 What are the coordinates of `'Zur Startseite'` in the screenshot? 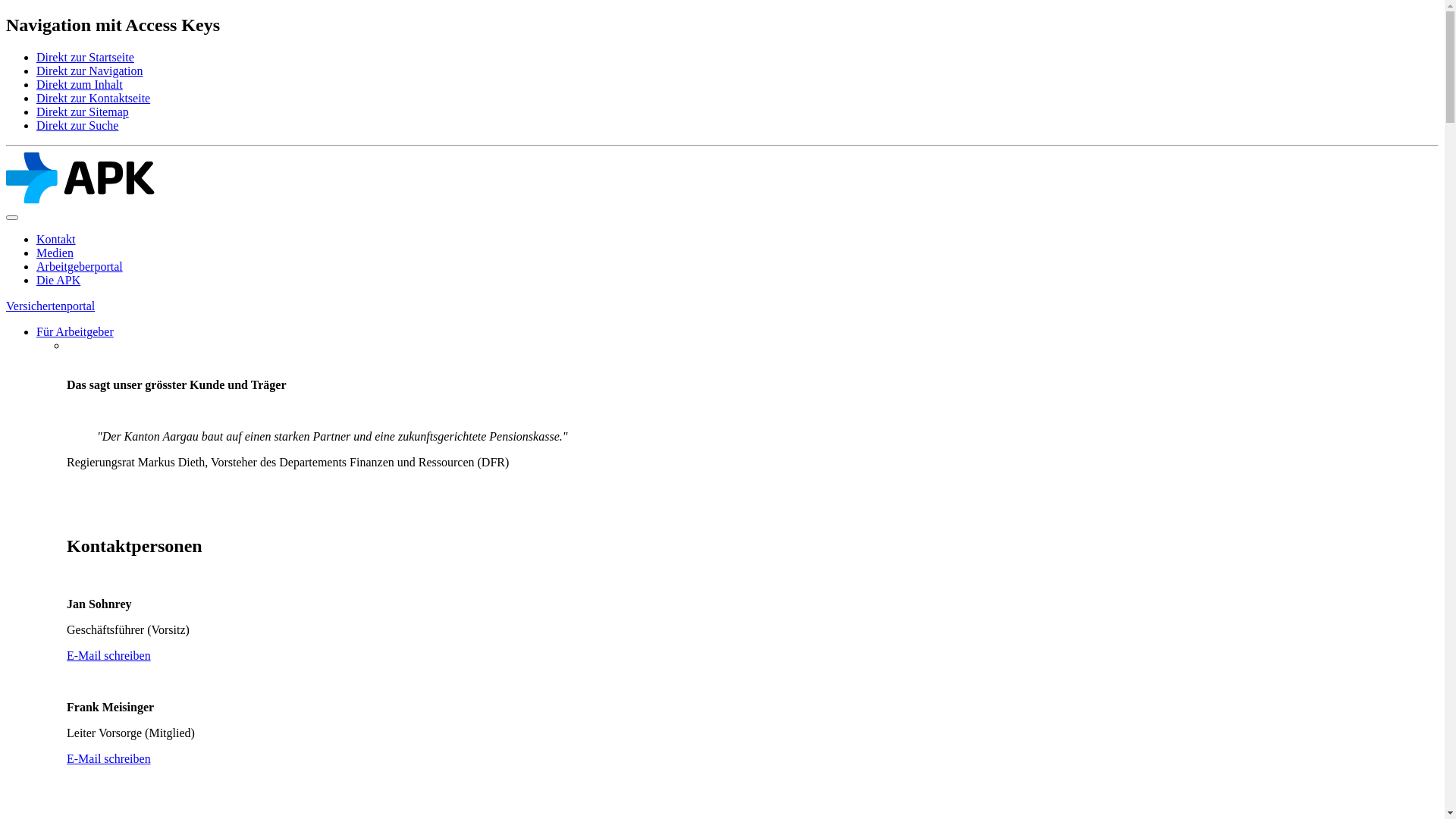 It's located at (79, 199).